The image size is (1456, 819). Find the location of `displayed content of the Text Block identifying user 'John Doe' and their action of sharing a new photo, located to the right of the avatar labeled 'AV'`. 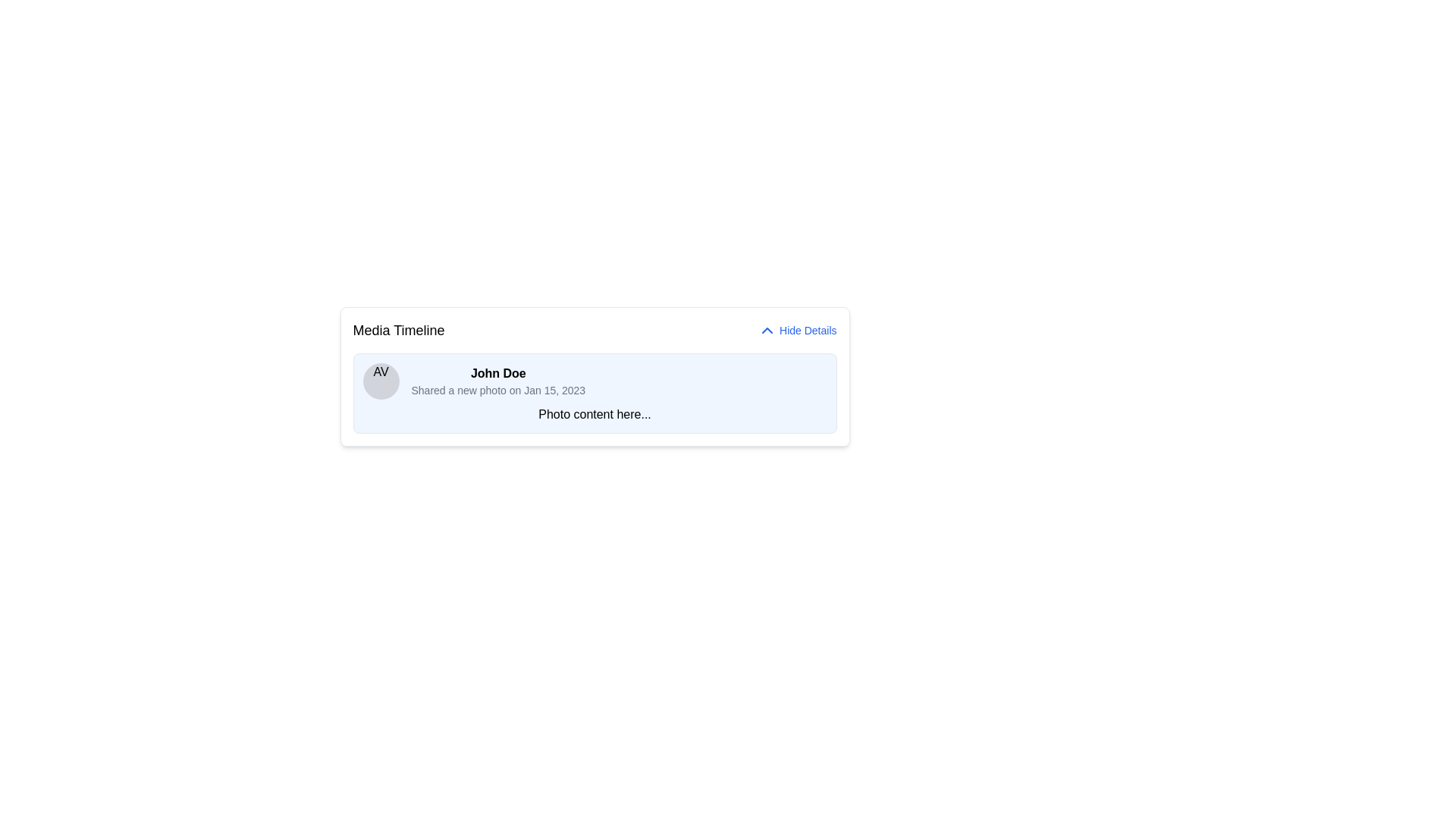

displayed content of the Text Block identifying user 'John Doe' and their action of sharing a new photo, located to the right of the avatar labeled 'AV' is located at coordinates (498, 380).